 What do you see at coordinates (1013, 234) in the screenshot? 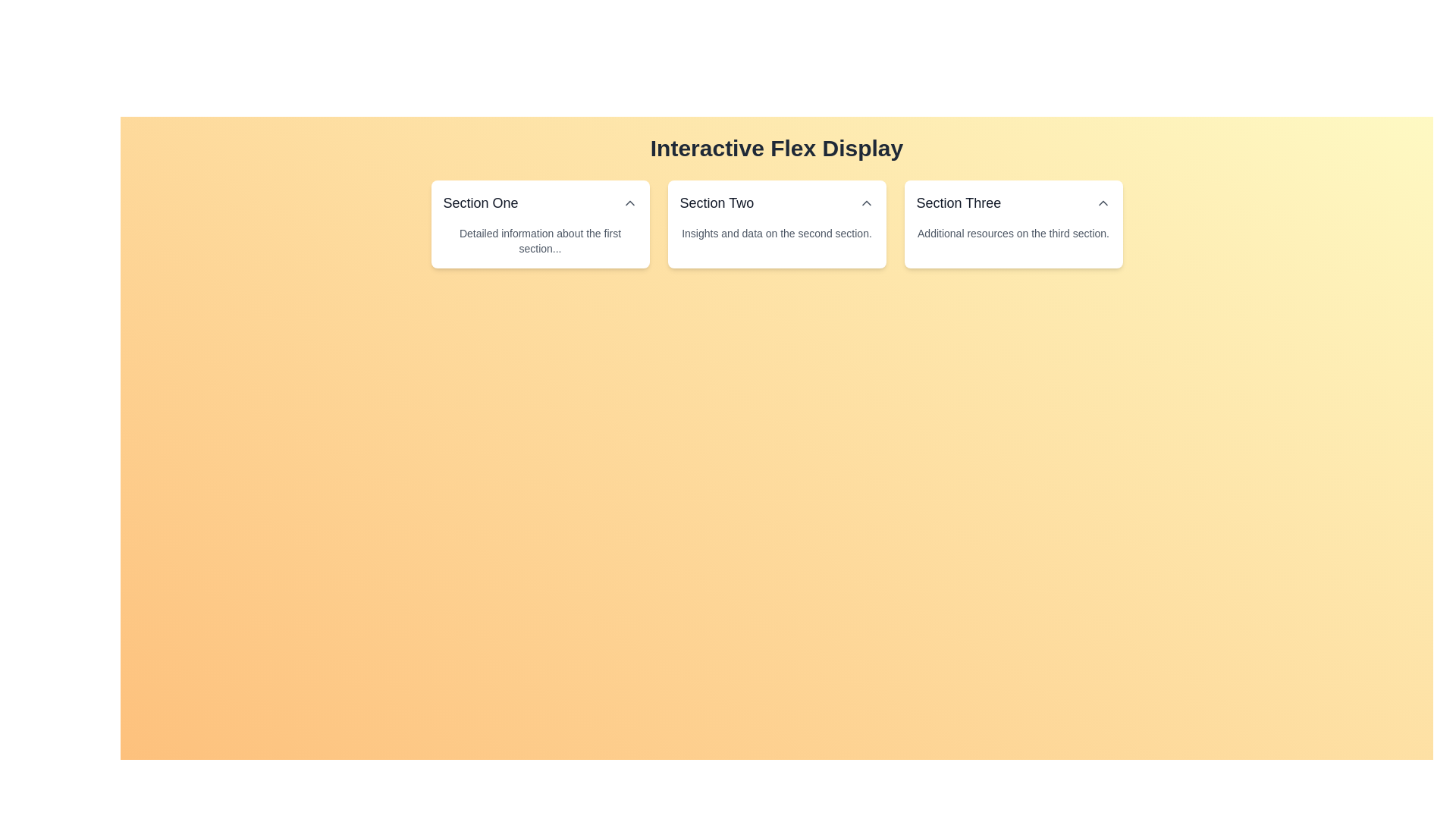
I see `the static text element that displays 'Additional resources on the third section.' located below the heading 'Section Three' in the third card of a horizontal set of three cards` at bounding box center [1013, 234].